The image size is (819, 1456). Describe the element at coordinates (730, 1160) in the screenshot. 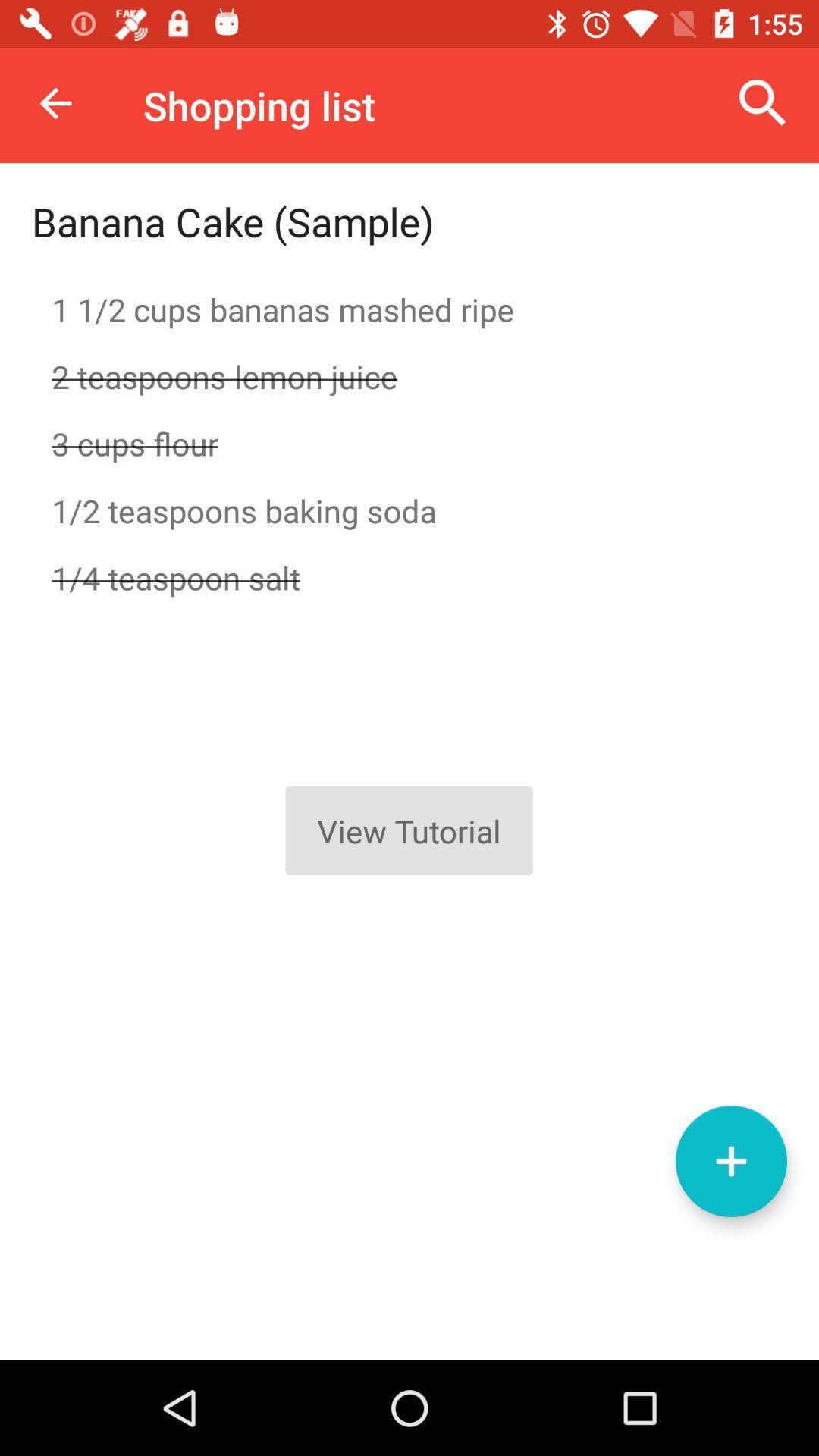

I see `the add icon` at that location.